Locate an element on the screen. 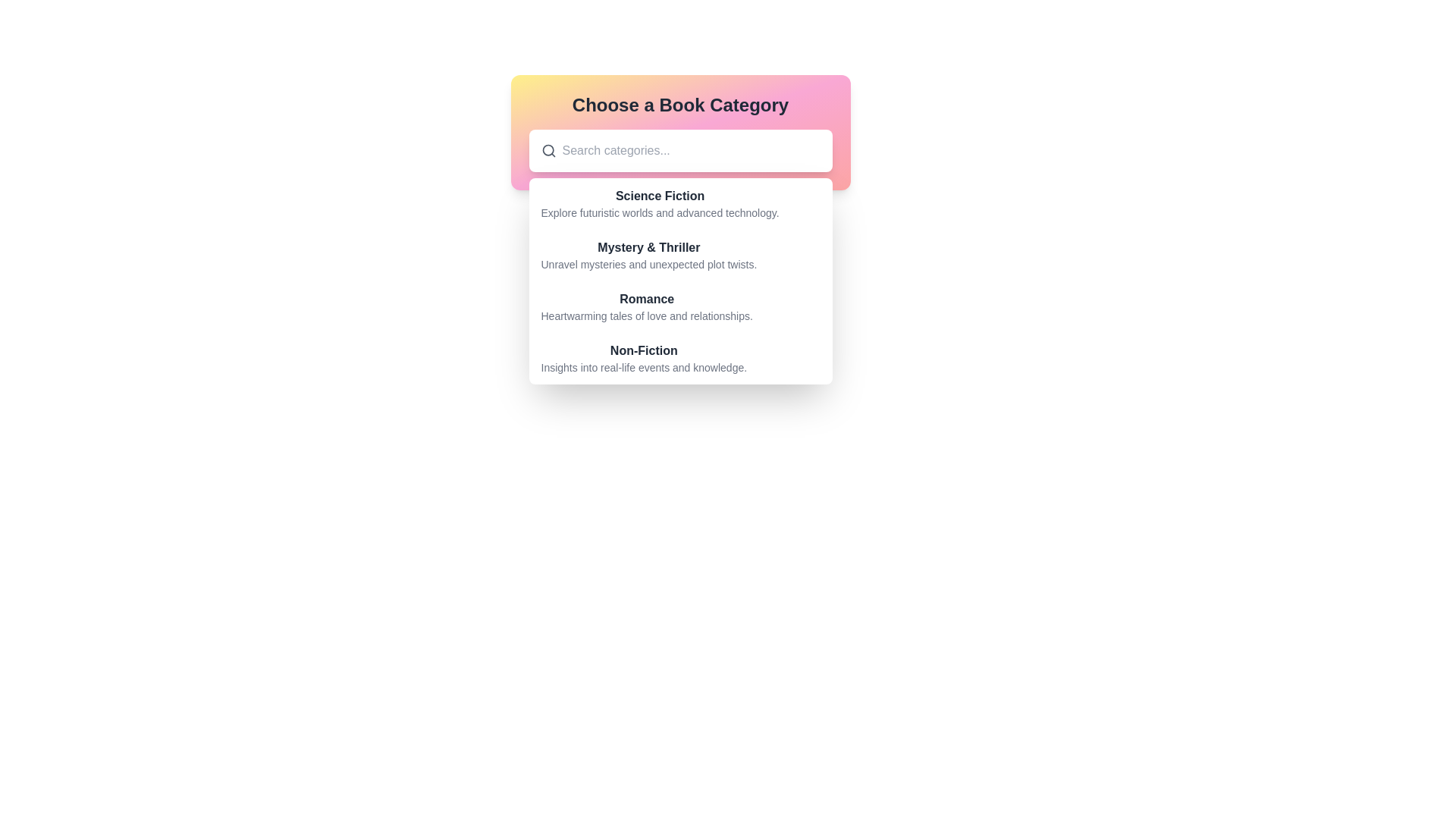  the text segment displaying 'Unravel mysteries and unexpected plot twists.' which is located below the 'Mystery & Thriller' title to use this text for understanding the category is located at coordinates (648, 263).